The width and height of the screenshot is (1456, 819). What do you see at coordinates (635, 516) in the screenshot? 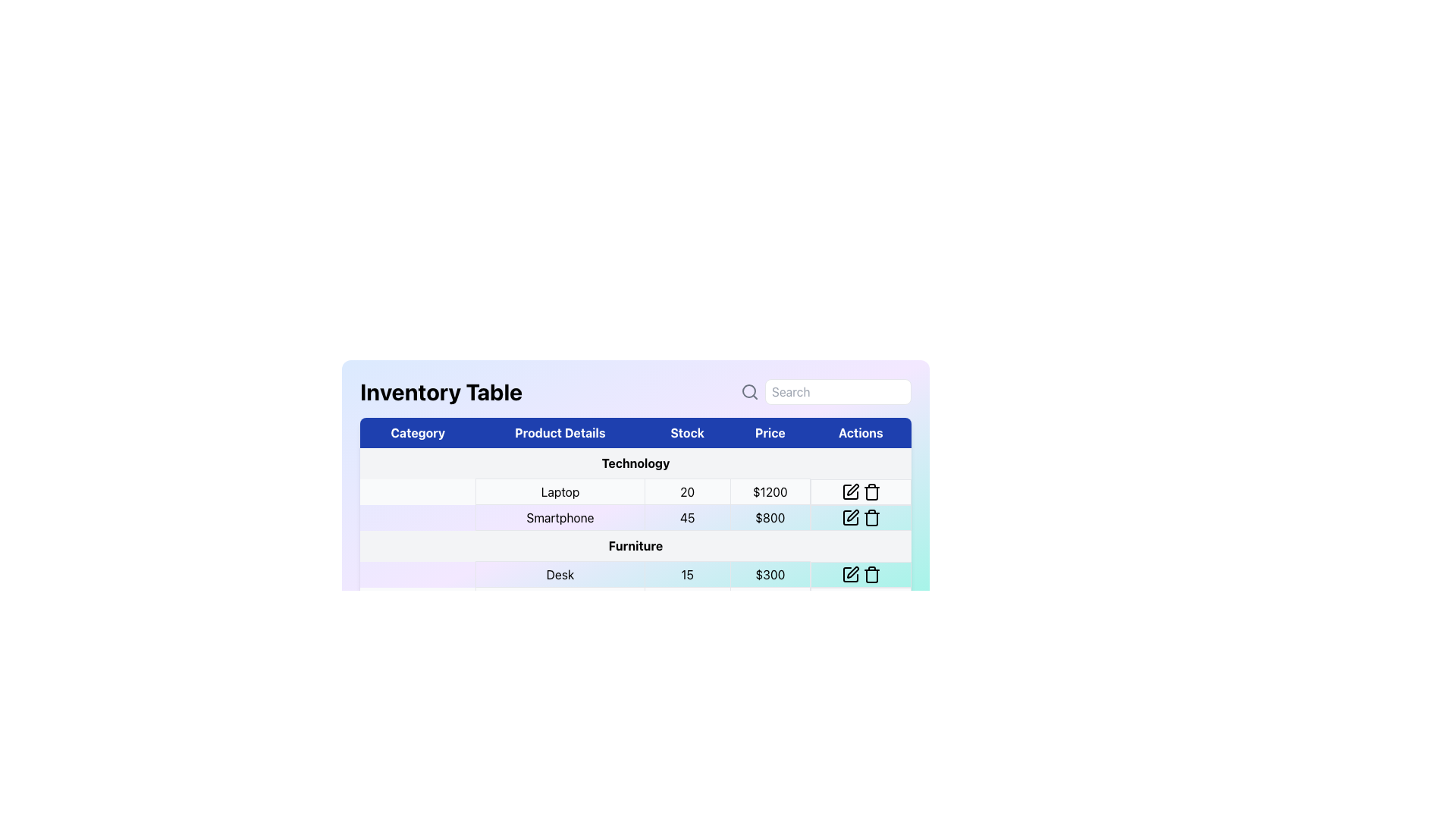
I see `textual content of the Tabular Data Row element containing 'Smartphone', '45', and '$800', which is the second row in the 'Technology' table` at bounding box center [635, 516].